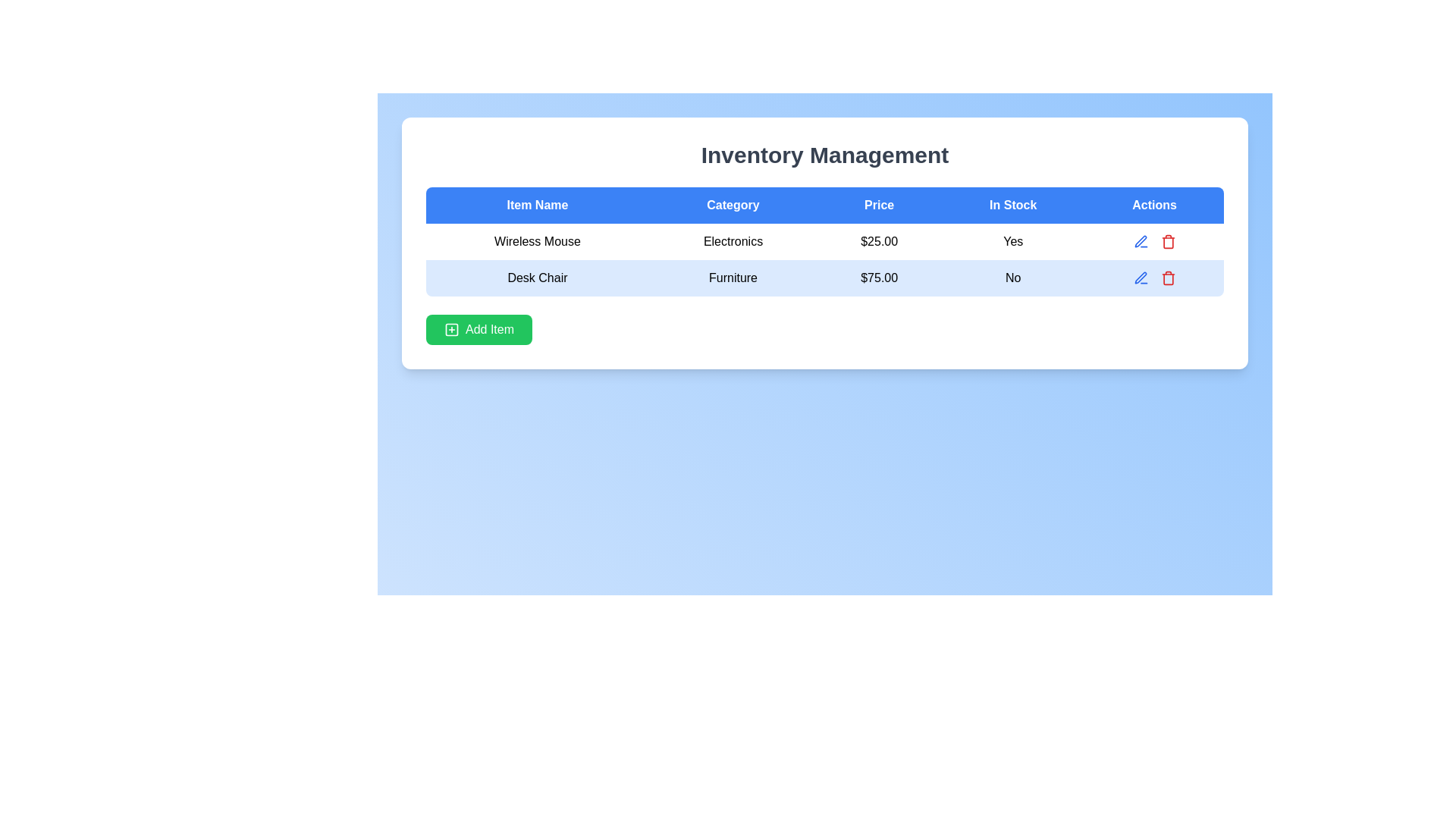 The height and width of the screenshot is (819, 1456). I want to click on the trash icon located in the rightmost column of the table under the 'Actions' header, representing the delete action for associated items, so click(1167, 279).